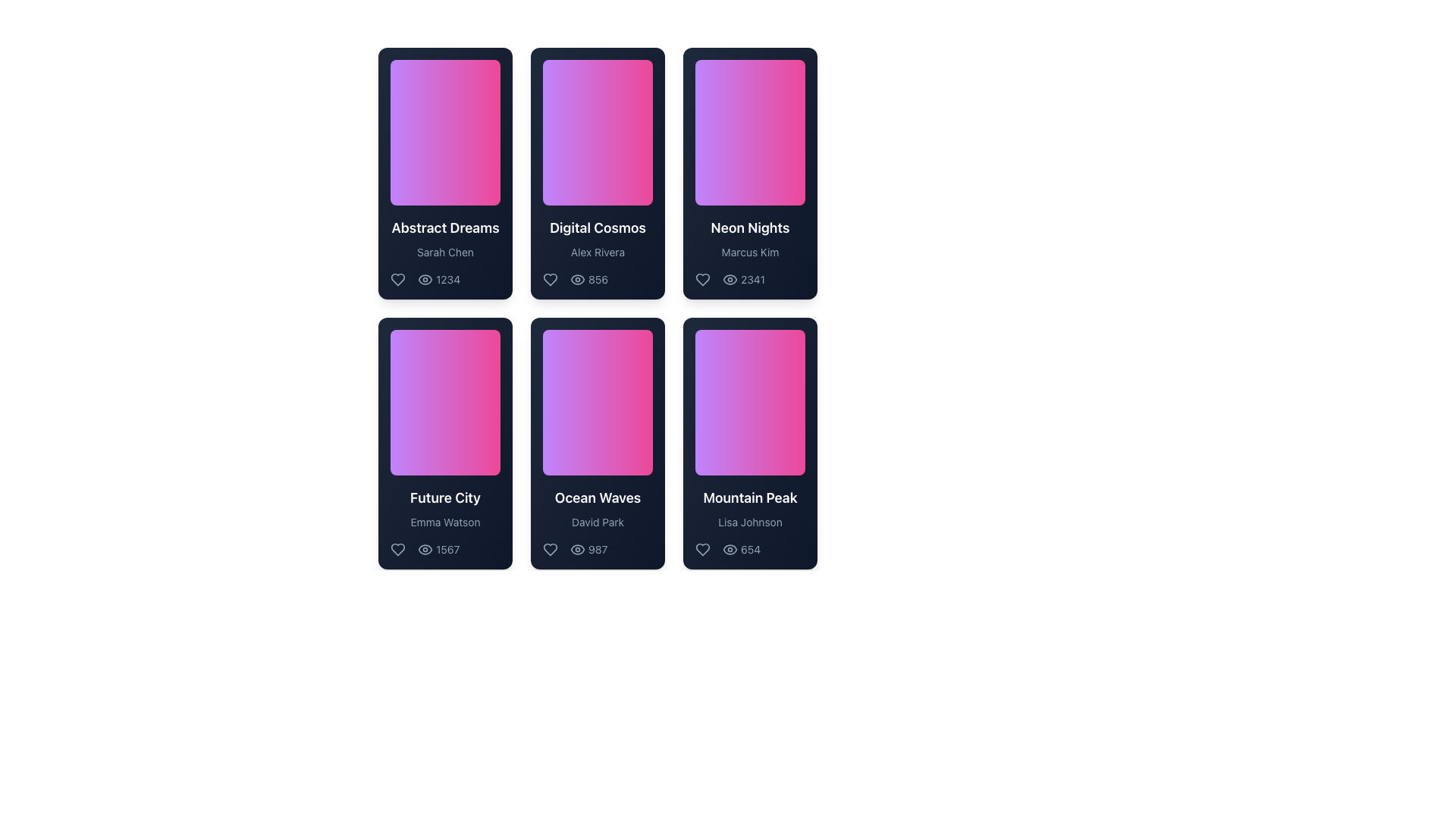 This screenshot has height=819, width=1456. What do you see at coordinates (588, 550) in the screenshot?
I see `the data display component that features an eye icon and the number '987' in gray font, located beneath the 'Ocean Waves' card by 'David Park'` at bounding box center [588, 550].